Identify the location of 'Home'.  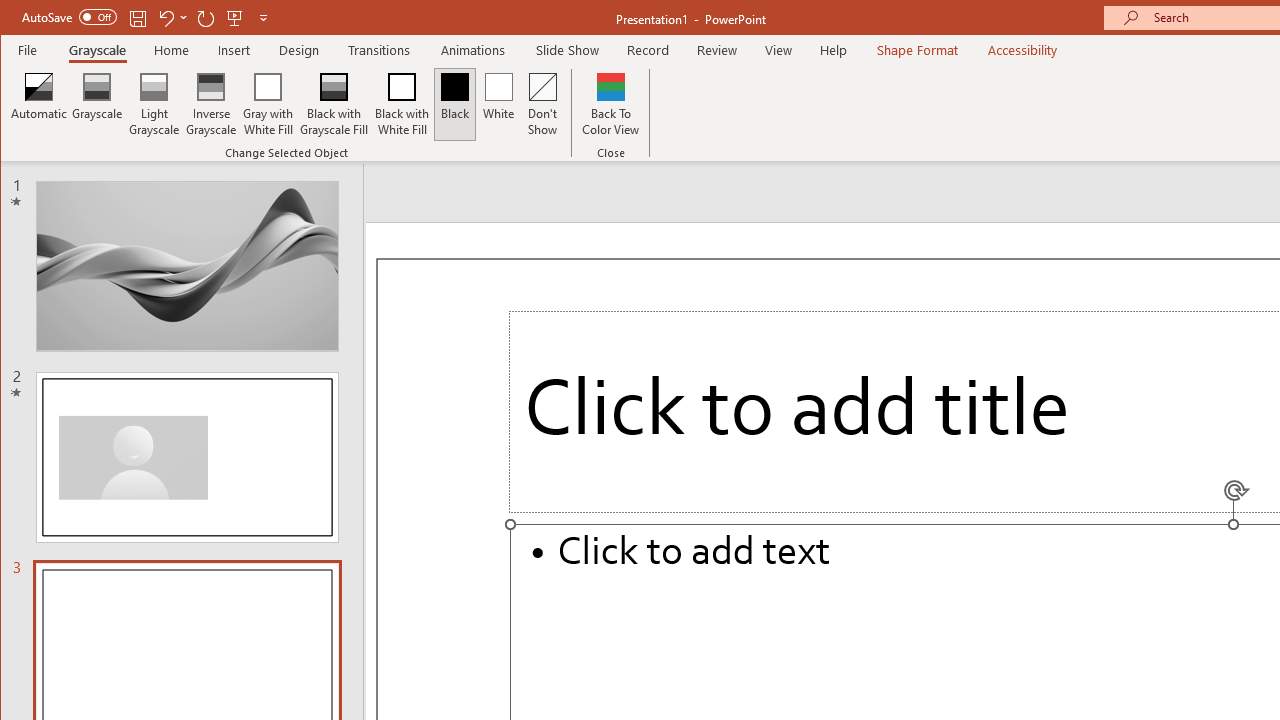
(171, 49).